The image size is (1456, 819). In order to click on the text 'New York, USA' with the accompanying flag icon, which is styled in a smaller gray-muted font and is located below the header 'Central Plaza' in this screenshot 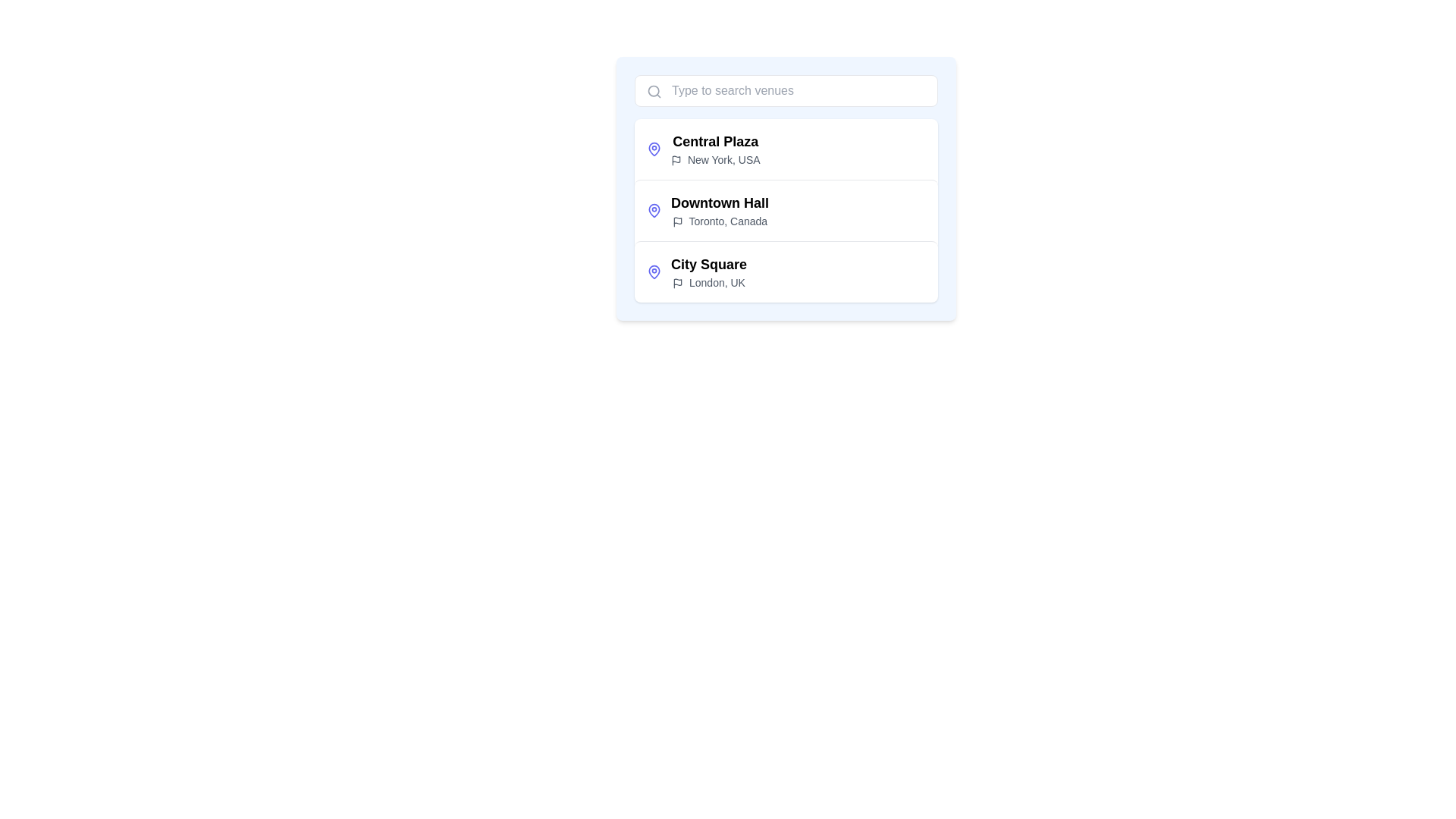, I will do `click(714, 160)`.